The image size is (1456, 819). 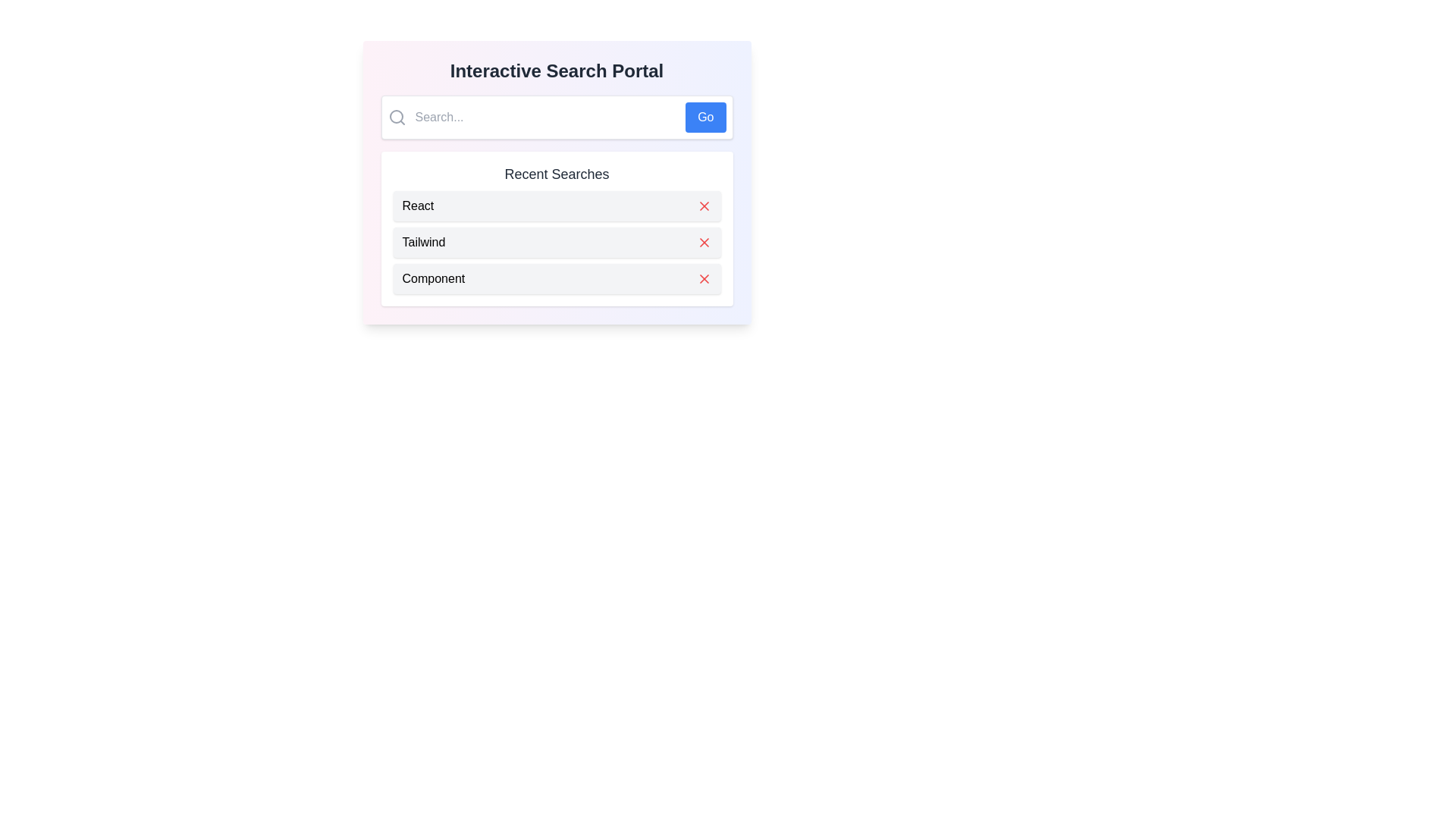 What do you see at coordinates (418, 206) in the screenshot?
I see `the text label for the recent search term` at bounding box center [418, 206].